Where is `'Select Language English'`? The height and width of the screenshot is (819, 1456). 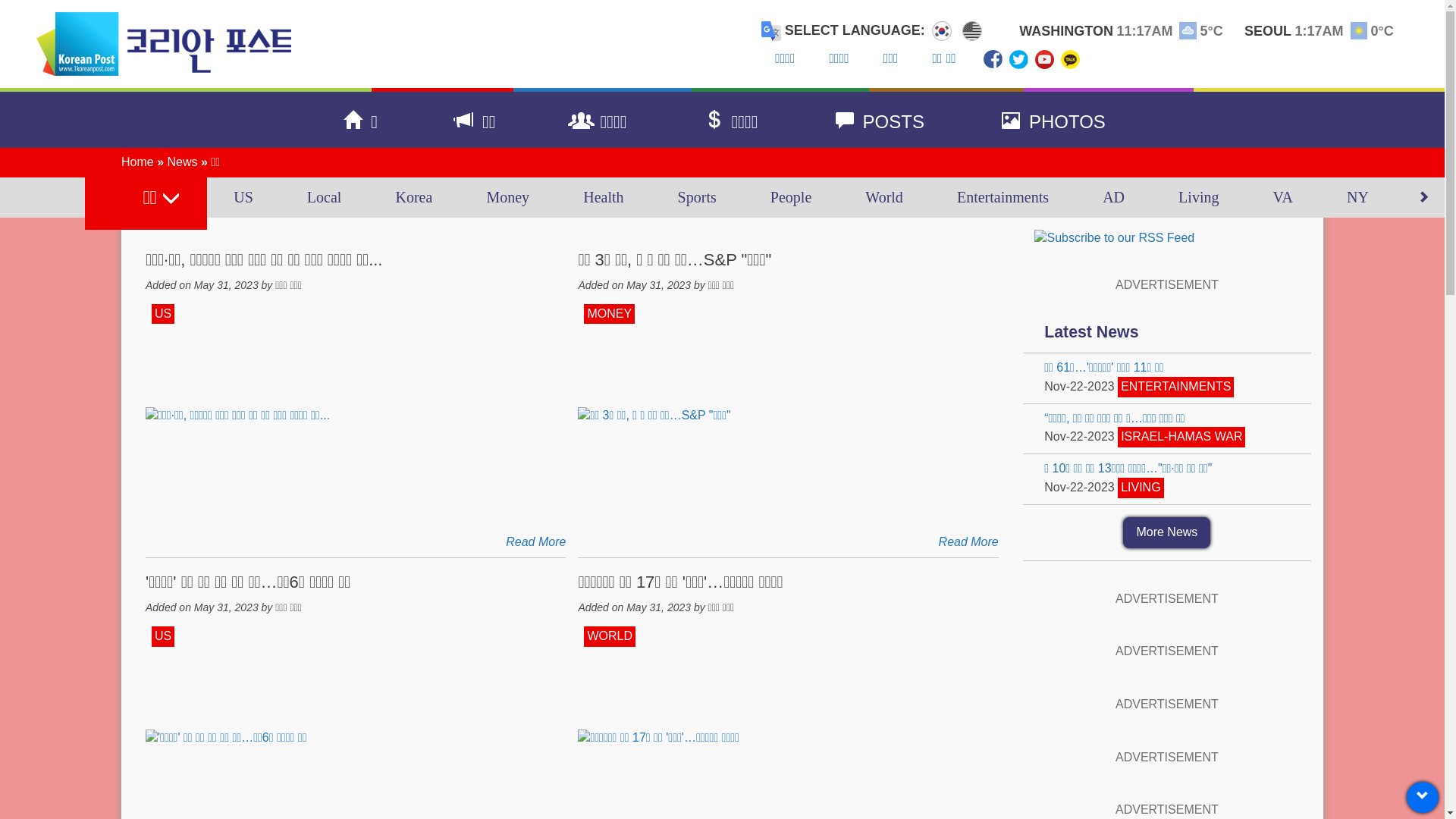 'Select Language English' is located at coordinates (971, 31).